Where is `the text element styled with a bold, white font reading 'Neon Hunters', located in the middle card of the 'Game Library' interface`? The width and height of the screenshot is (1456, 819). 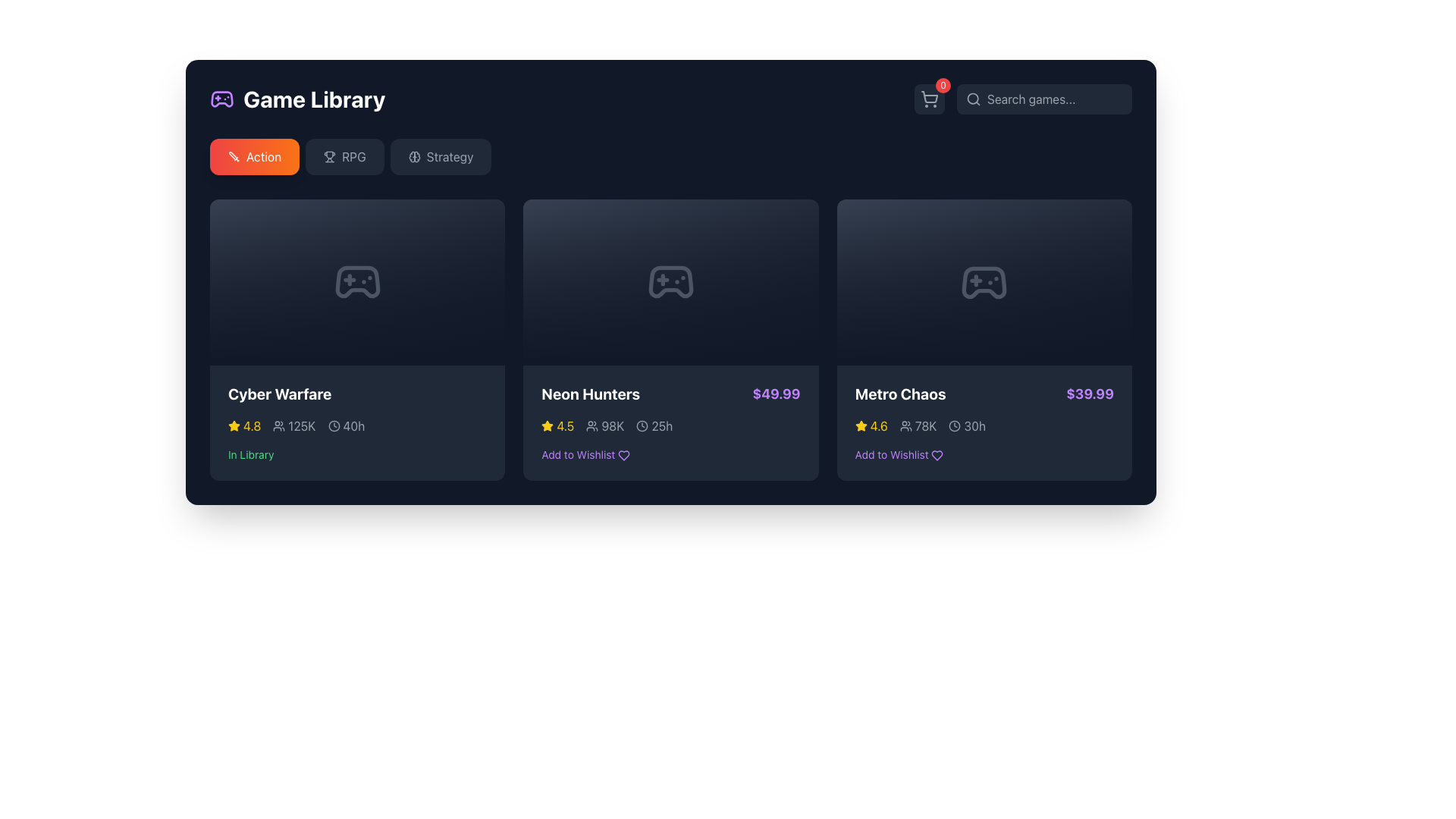 the text element styled with a bold, white font reading 'Neon Hunters', located in the middle card of the 'Game Library' interface is located at coordinates (590, 394).